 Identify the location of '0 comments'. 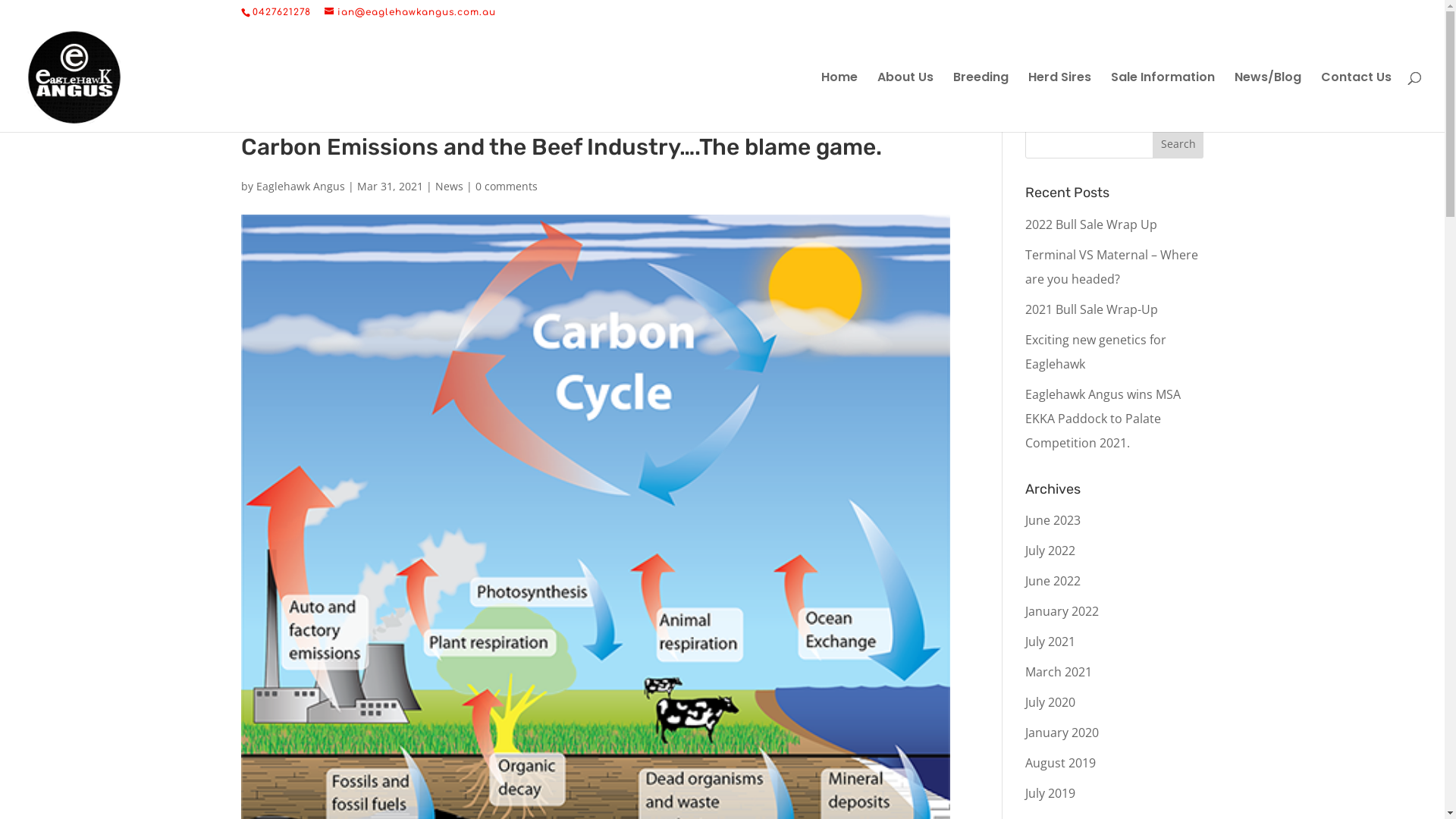
(506, 185).